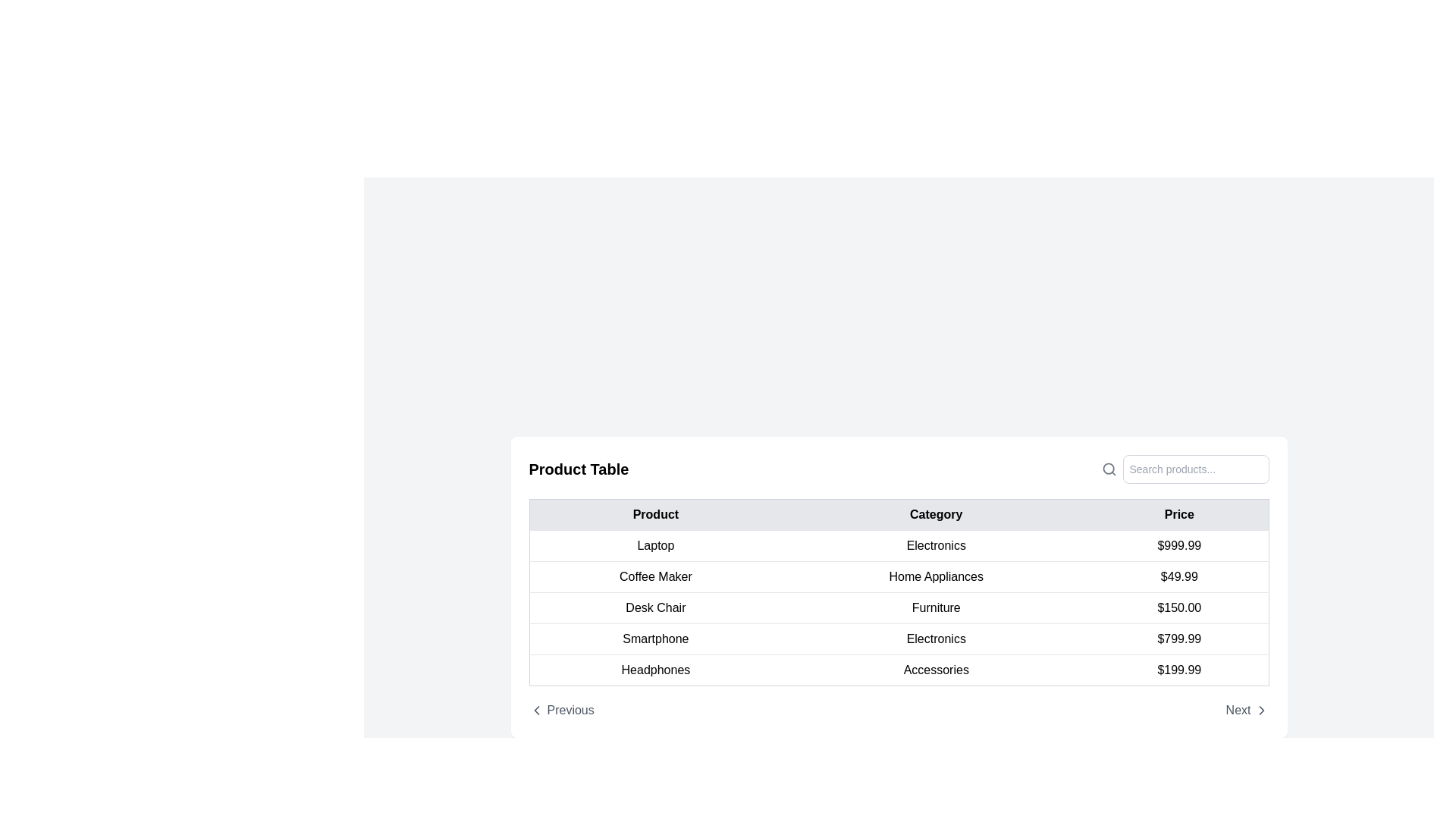 The width and height of the screenshot is (1456, 819). Describe the element at coordinates (1261, 710) in the screenshot. I see `the right-pointing chevron icon located in the pagination section at the bottom-right corner of the table interface` at that location.